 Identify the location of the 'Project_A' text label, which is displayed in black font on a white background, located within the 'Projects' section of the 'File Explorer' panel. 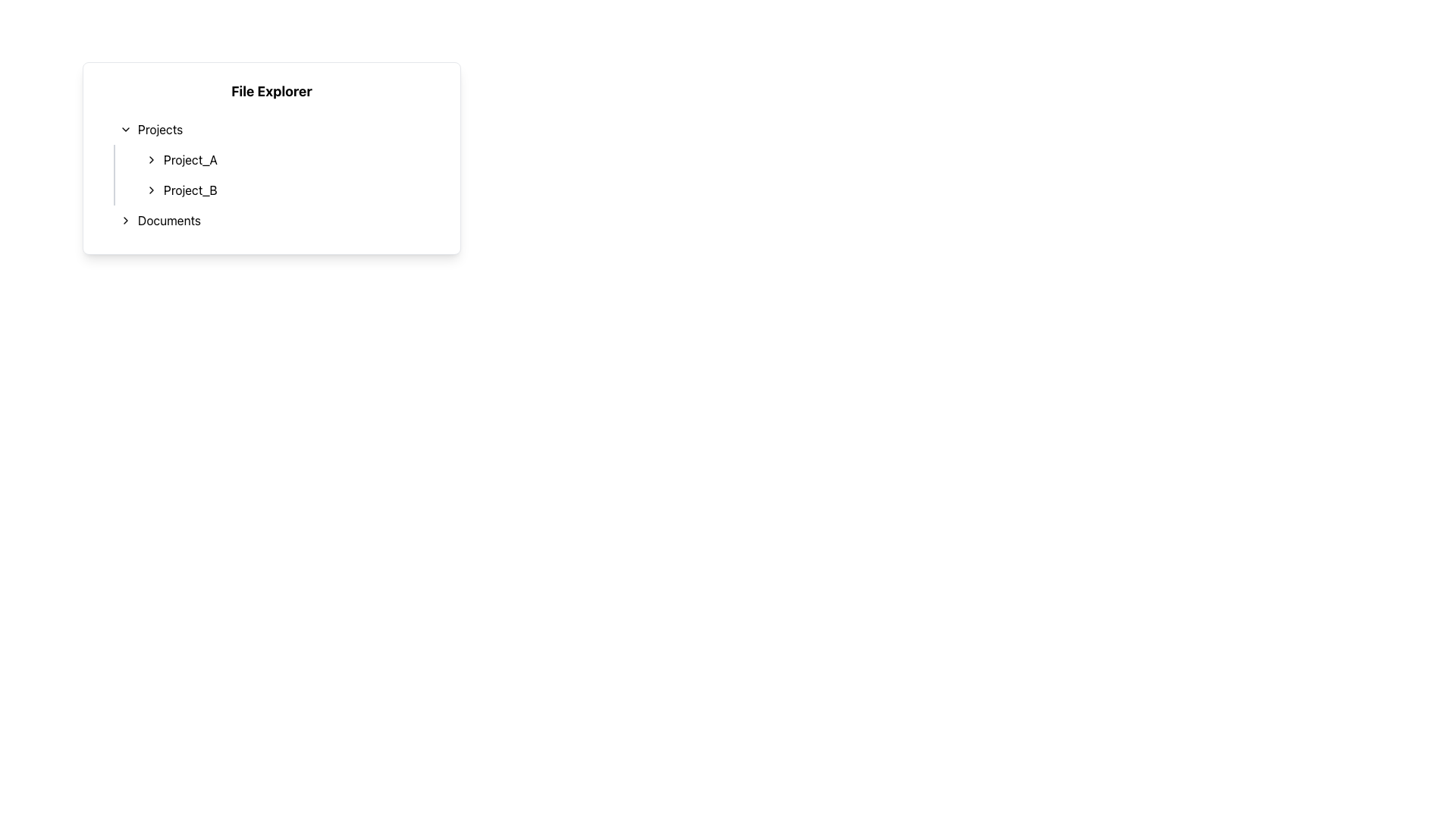
(190, 160).